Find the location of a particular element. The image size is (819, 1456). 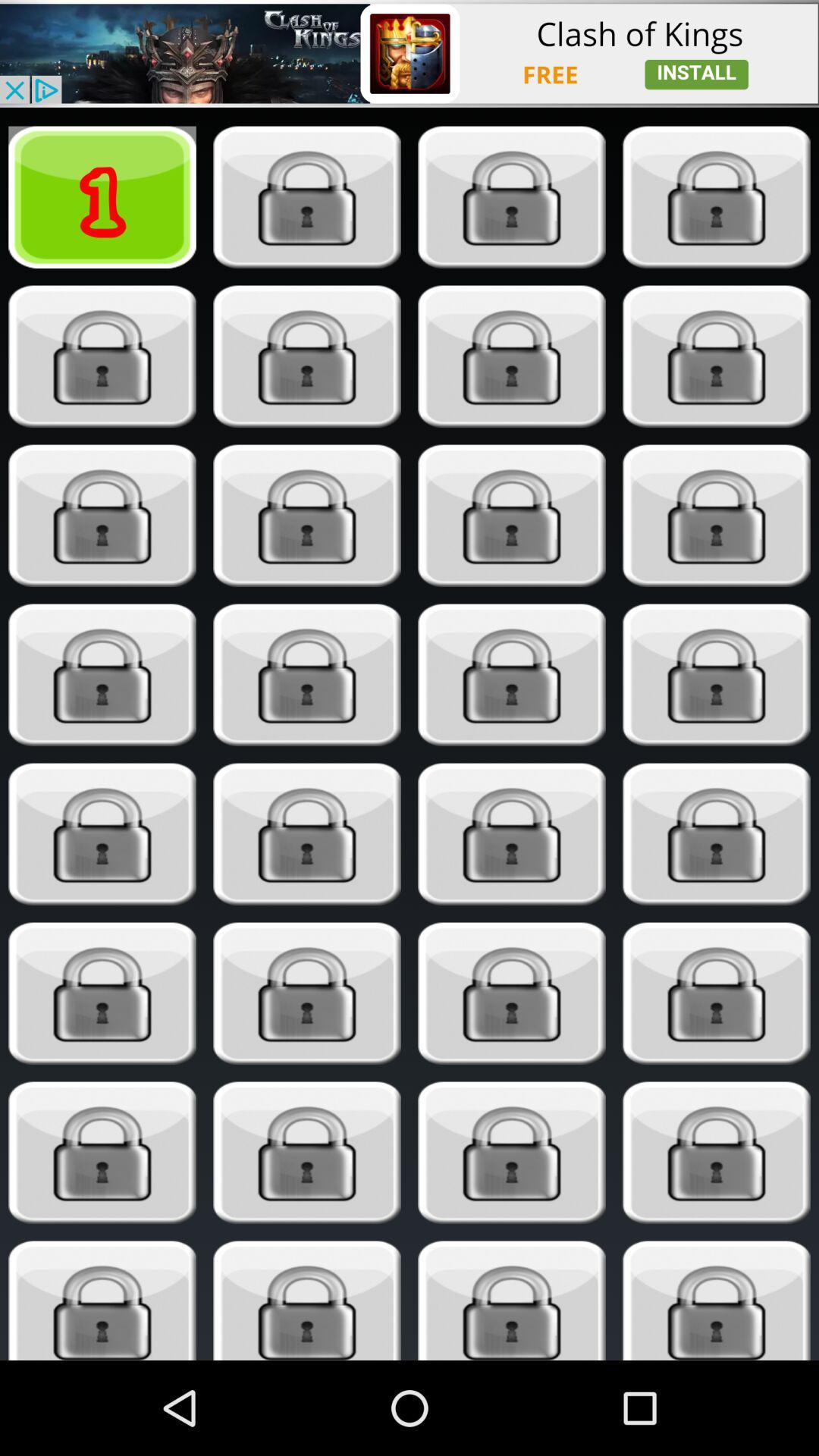

open locked app is located at coordinates (717, 833).